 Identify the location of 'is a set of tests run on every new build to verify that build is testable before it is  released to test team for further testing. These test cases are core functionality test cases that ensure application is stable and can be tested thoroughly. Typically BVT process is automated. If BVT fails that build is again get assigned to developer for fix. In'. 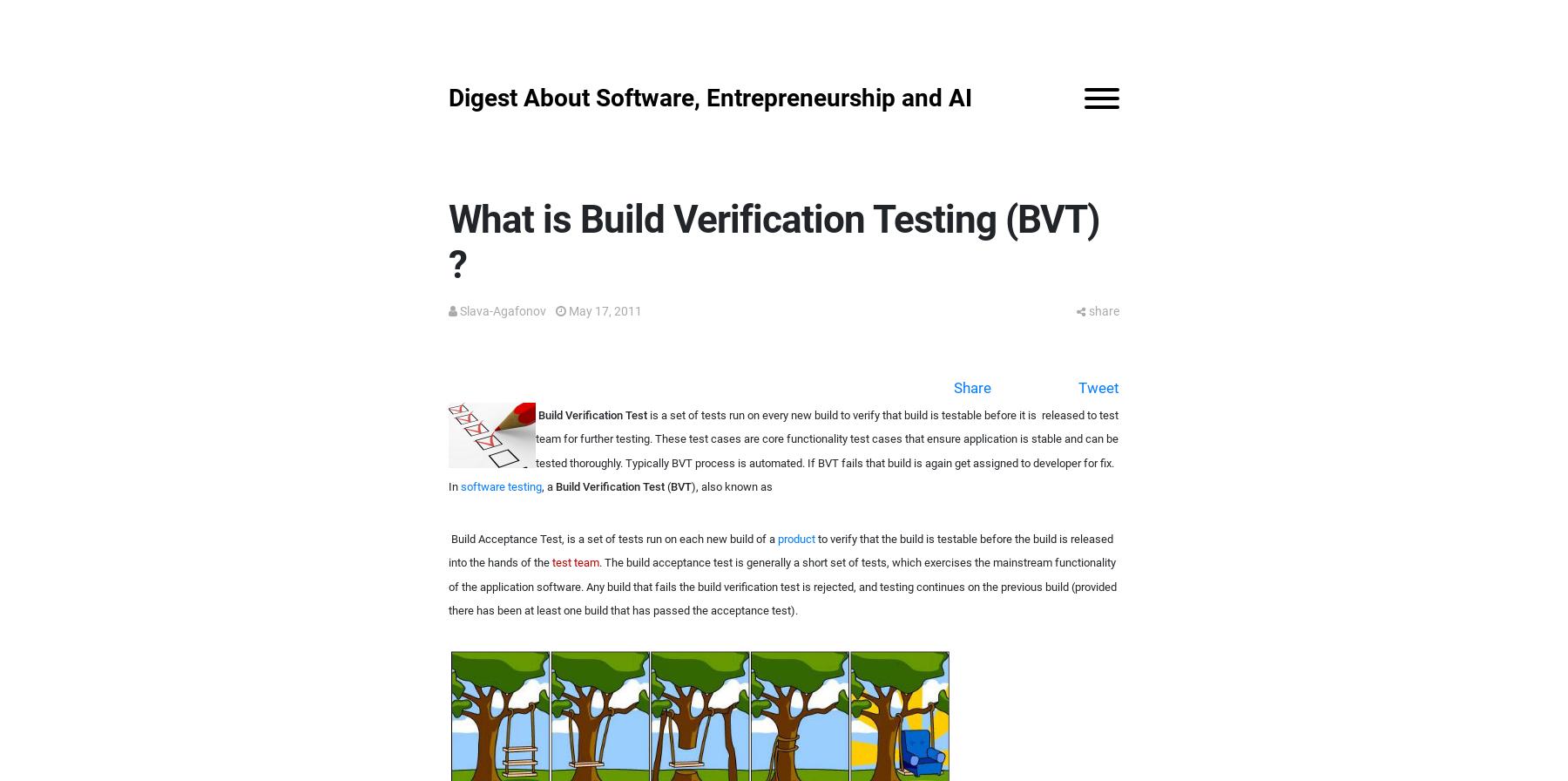
(783, 450).